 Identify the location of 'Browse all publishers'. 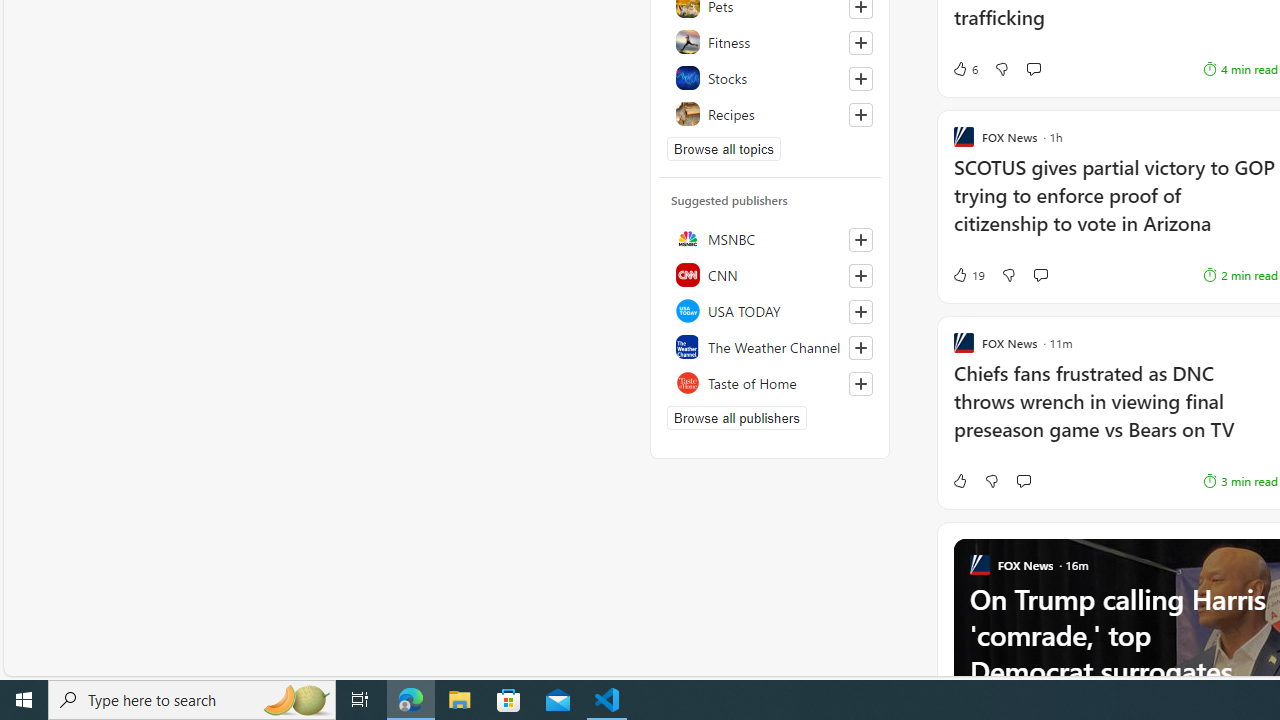
(735, 416).